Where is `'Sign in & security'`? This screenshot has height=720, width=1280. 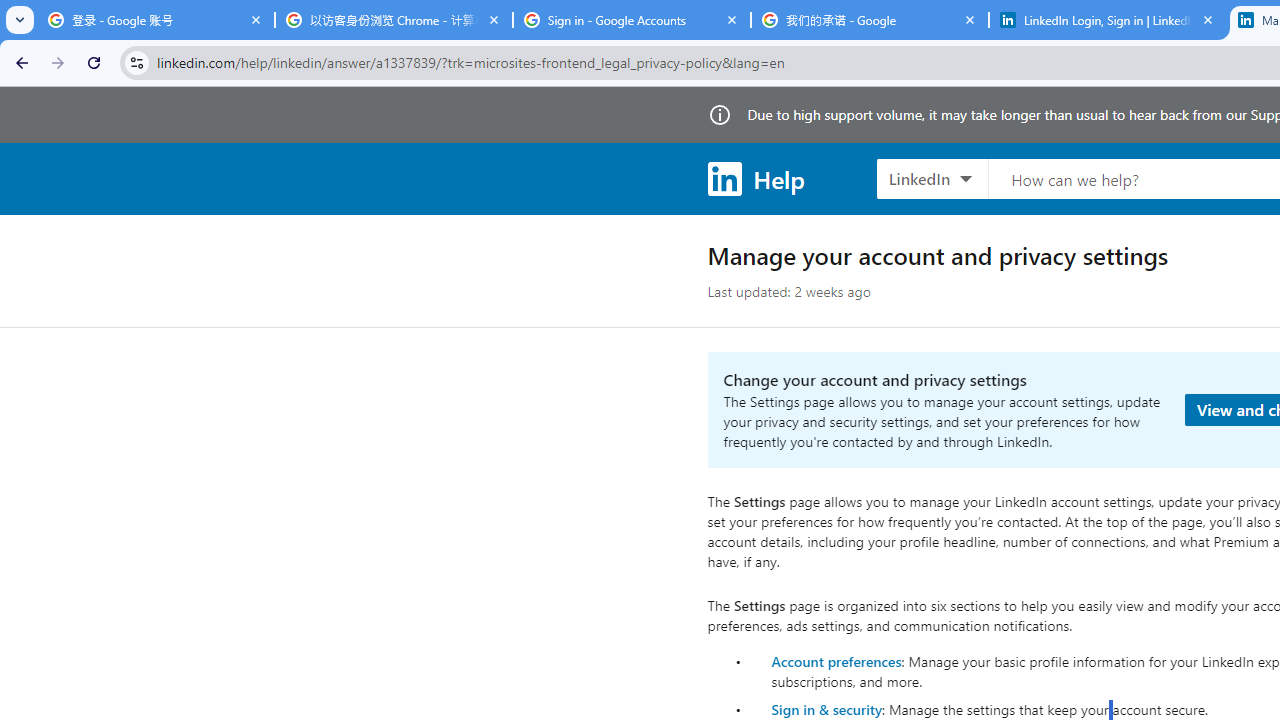
'Sign in & security' is located at coordinates (826, 708).